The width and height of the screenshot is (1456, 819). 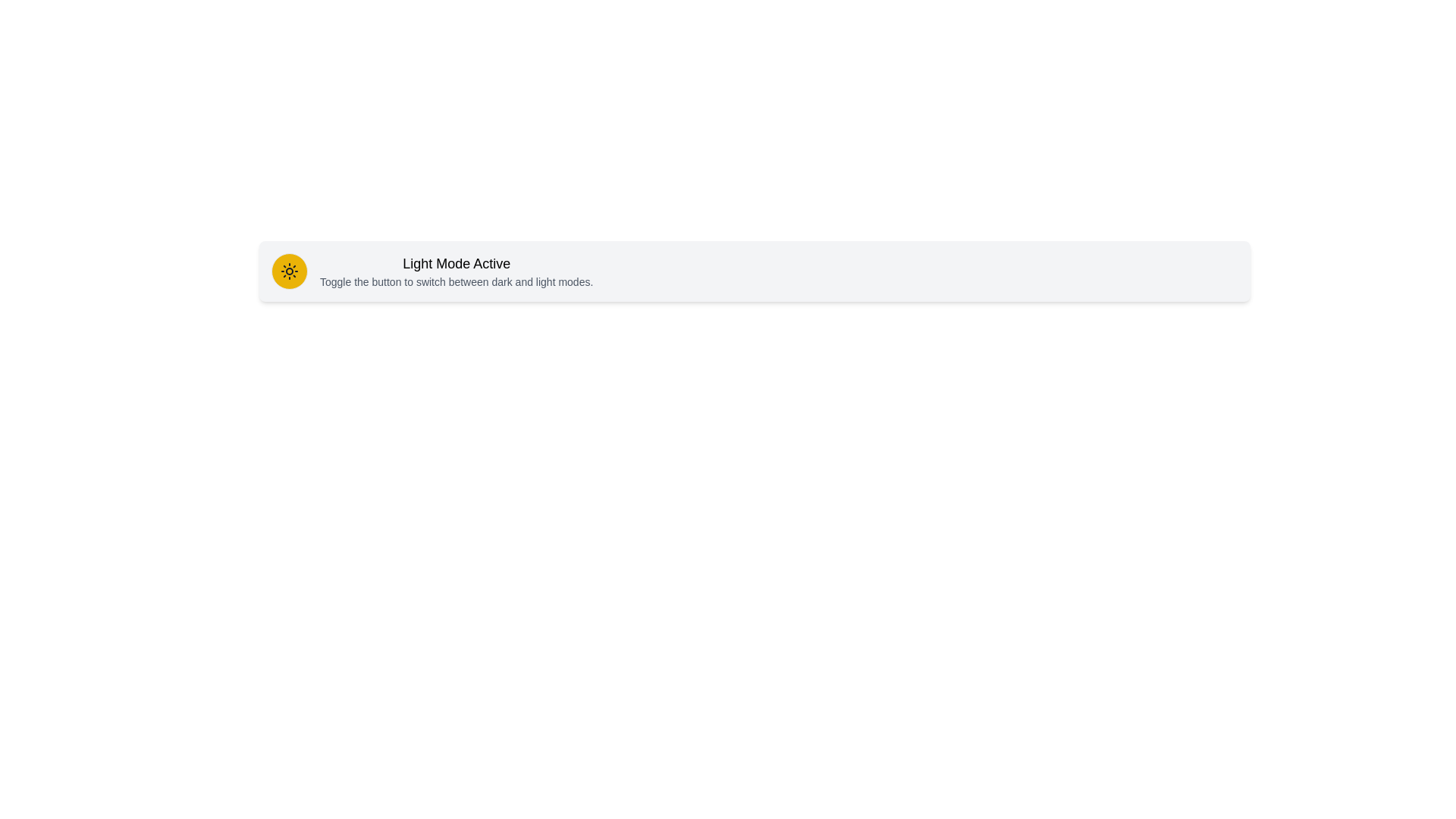 I want to click on the Text Label that states 'Light Mode Active' with the description 'Toggle the button to switch between dark and light modes.', so click(x=456, y=271).